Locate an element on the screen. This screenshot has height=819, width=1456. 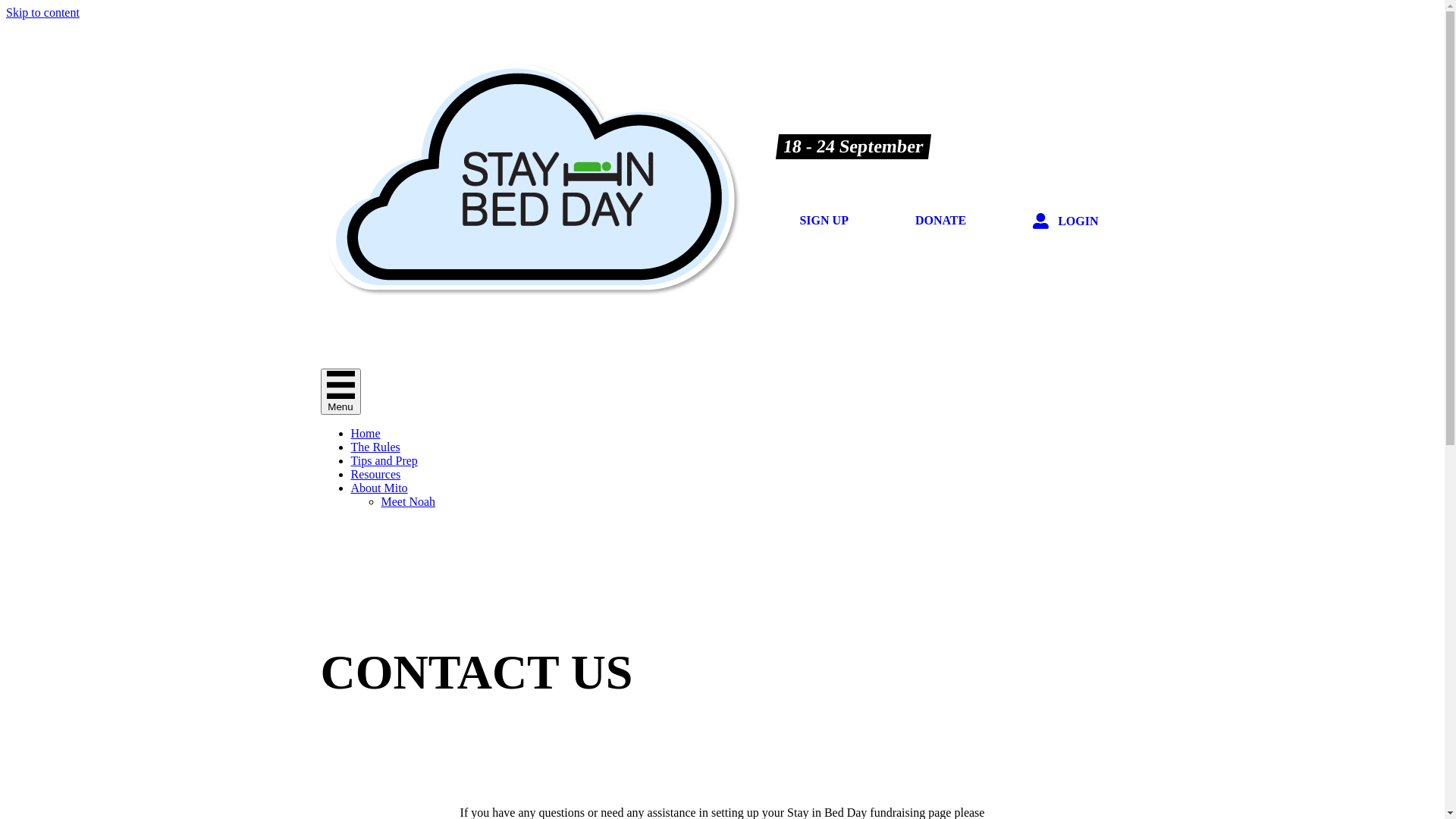
'The Rules' is located at coordinates (375, 446).